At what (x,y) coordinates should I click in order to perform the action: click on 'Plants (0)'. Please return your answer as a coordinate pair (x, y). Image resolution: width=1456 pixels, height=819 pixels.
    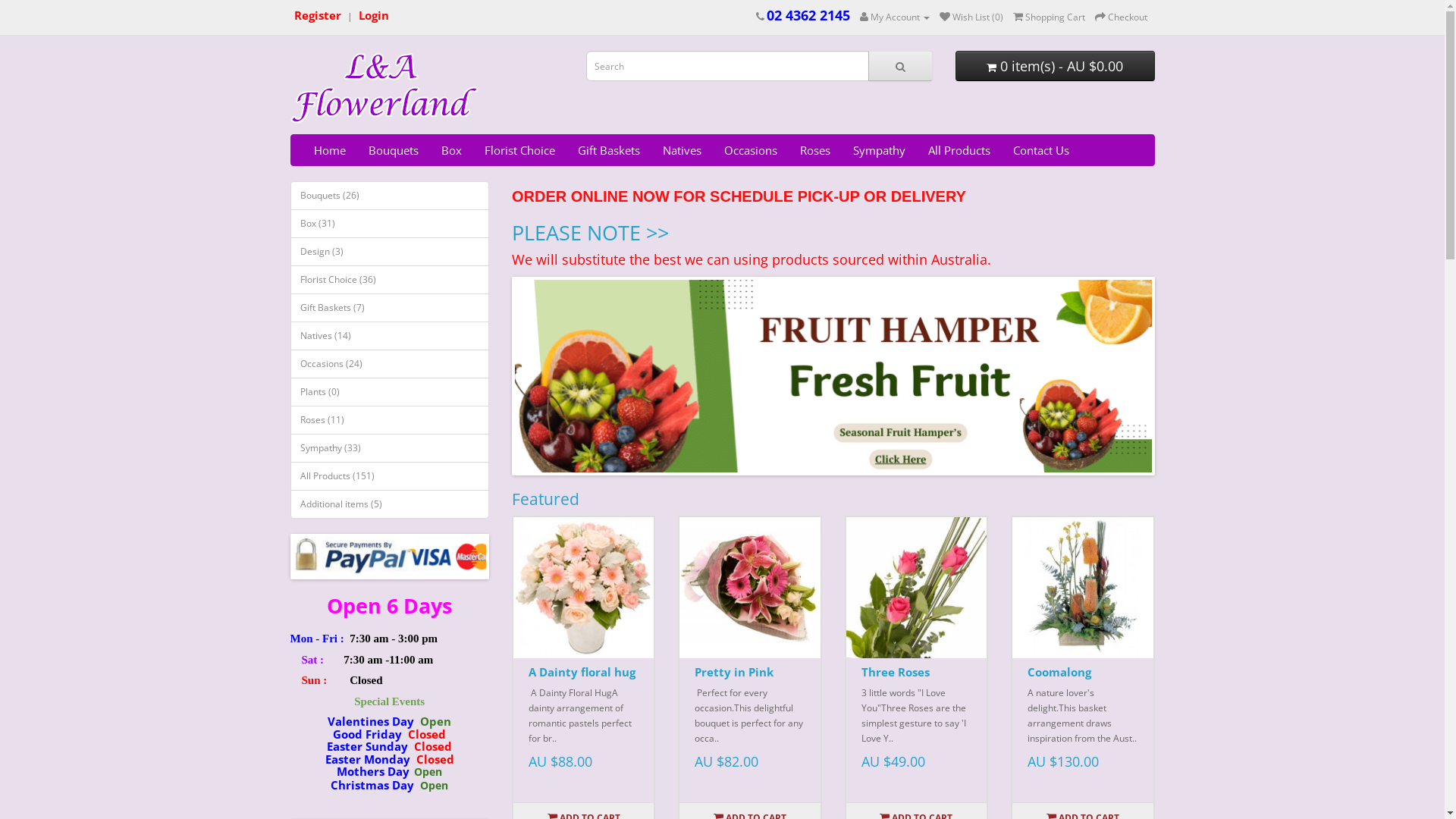
    Looking at the image, I should click on (389, 391).